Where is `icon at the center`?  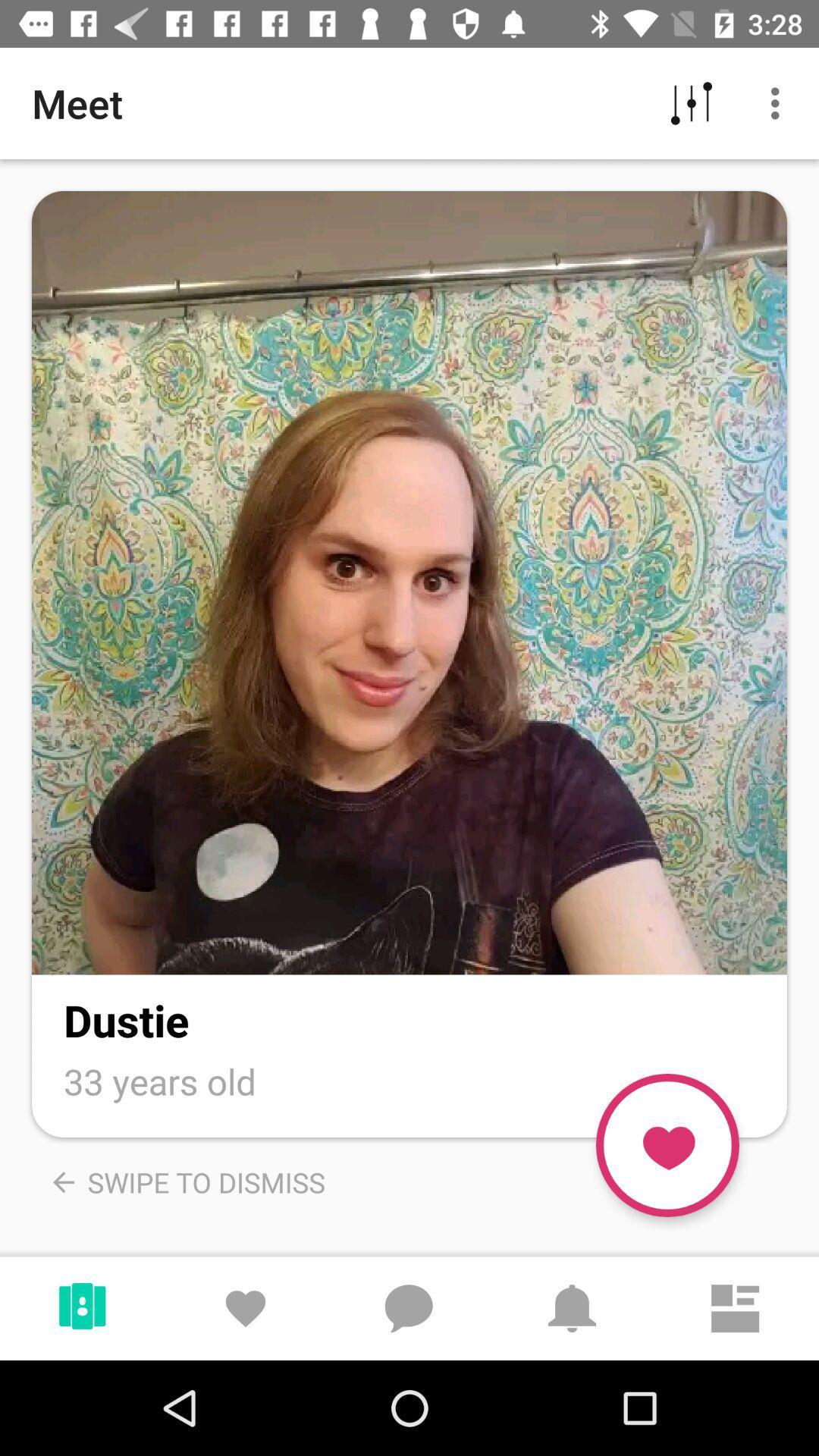 icon at the center is located at coordinates (409, 582).